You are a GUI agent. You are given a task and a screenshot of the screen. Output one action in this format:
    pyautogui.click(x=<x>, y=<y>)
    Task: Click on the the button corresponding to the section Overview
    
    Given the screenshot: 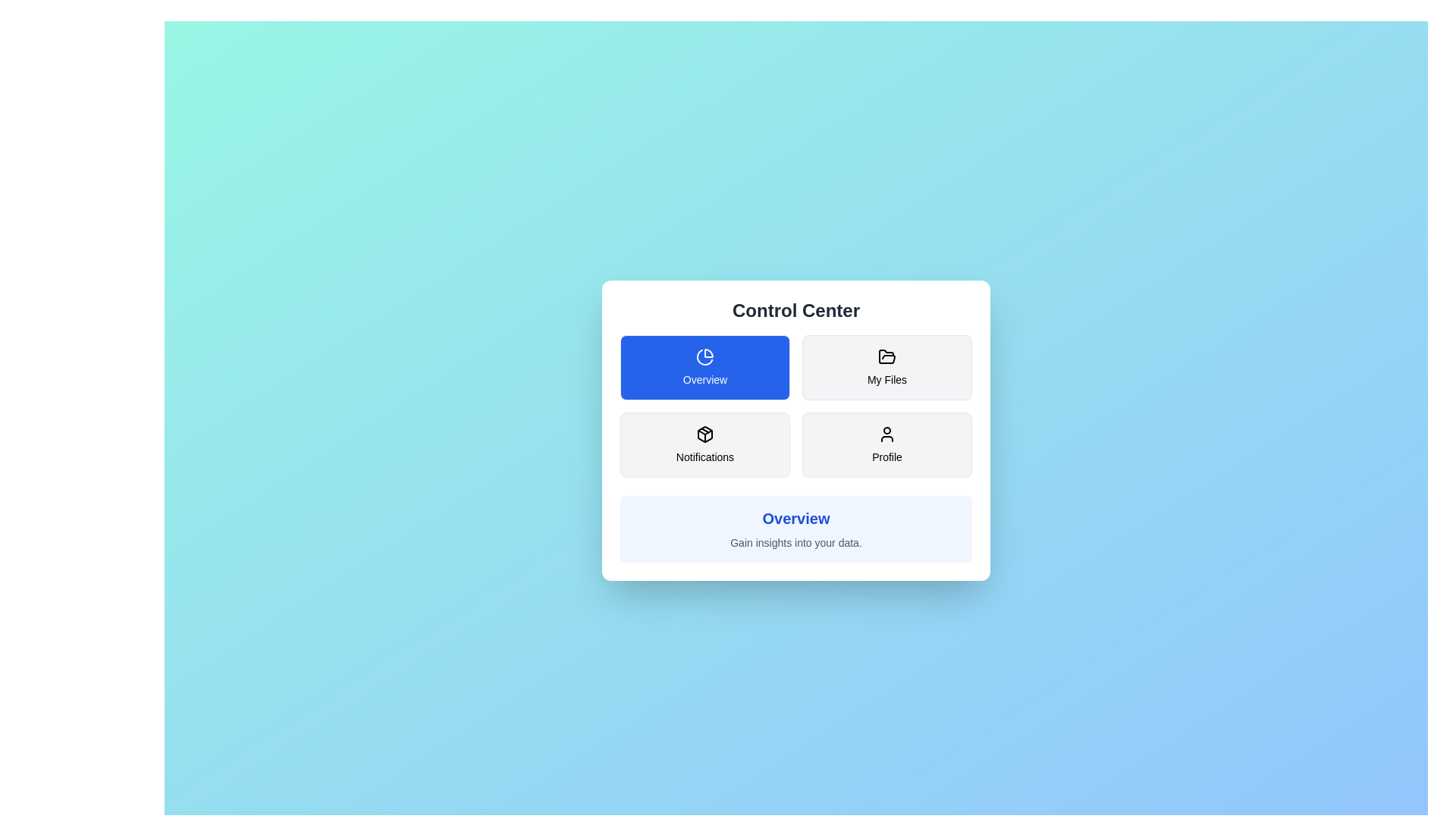 What is the action you would take?
    pyautogui.click(x=704, y=368)
    